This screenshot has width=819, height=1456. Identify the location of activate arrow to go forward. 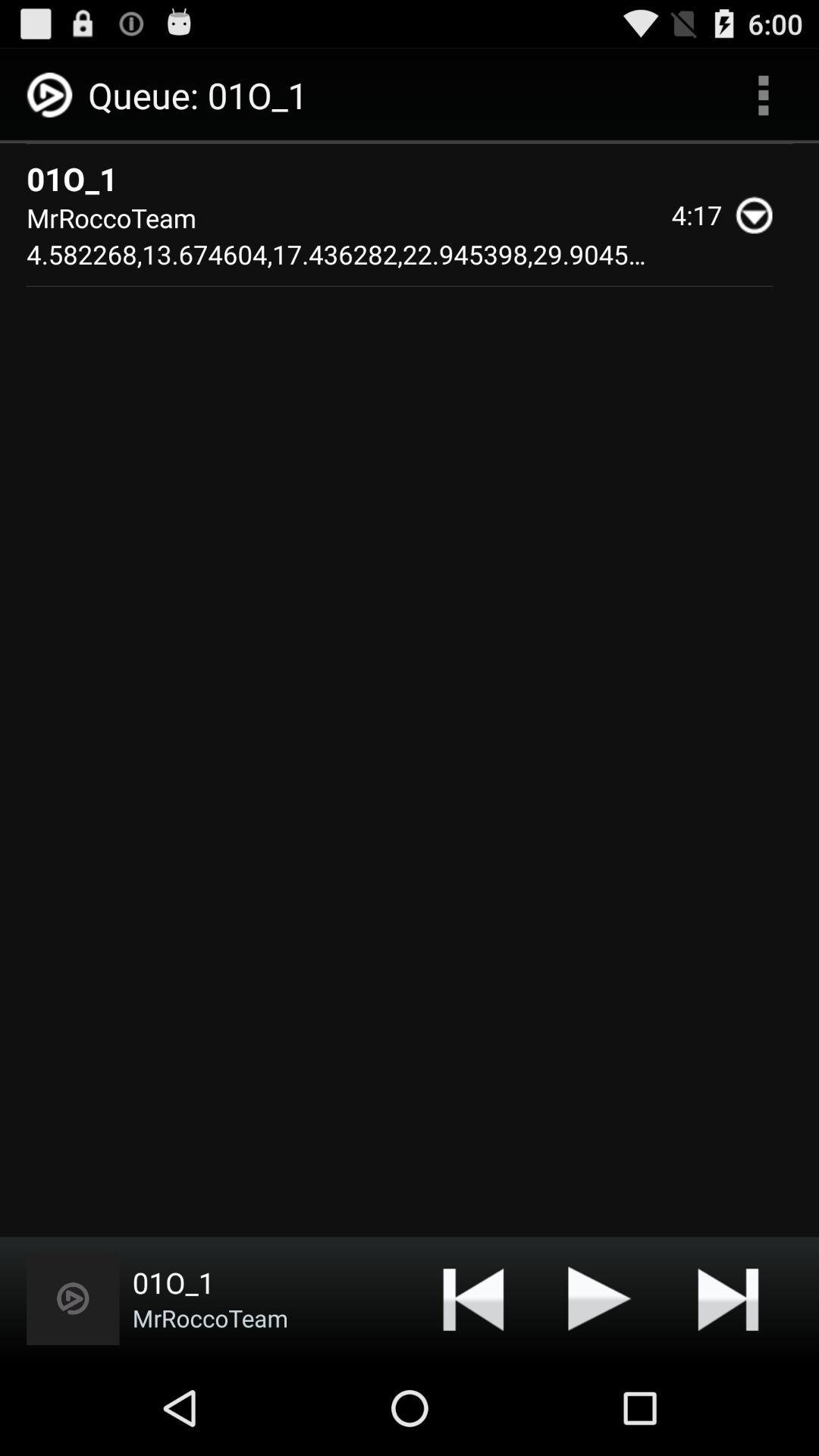
(727, 1298).